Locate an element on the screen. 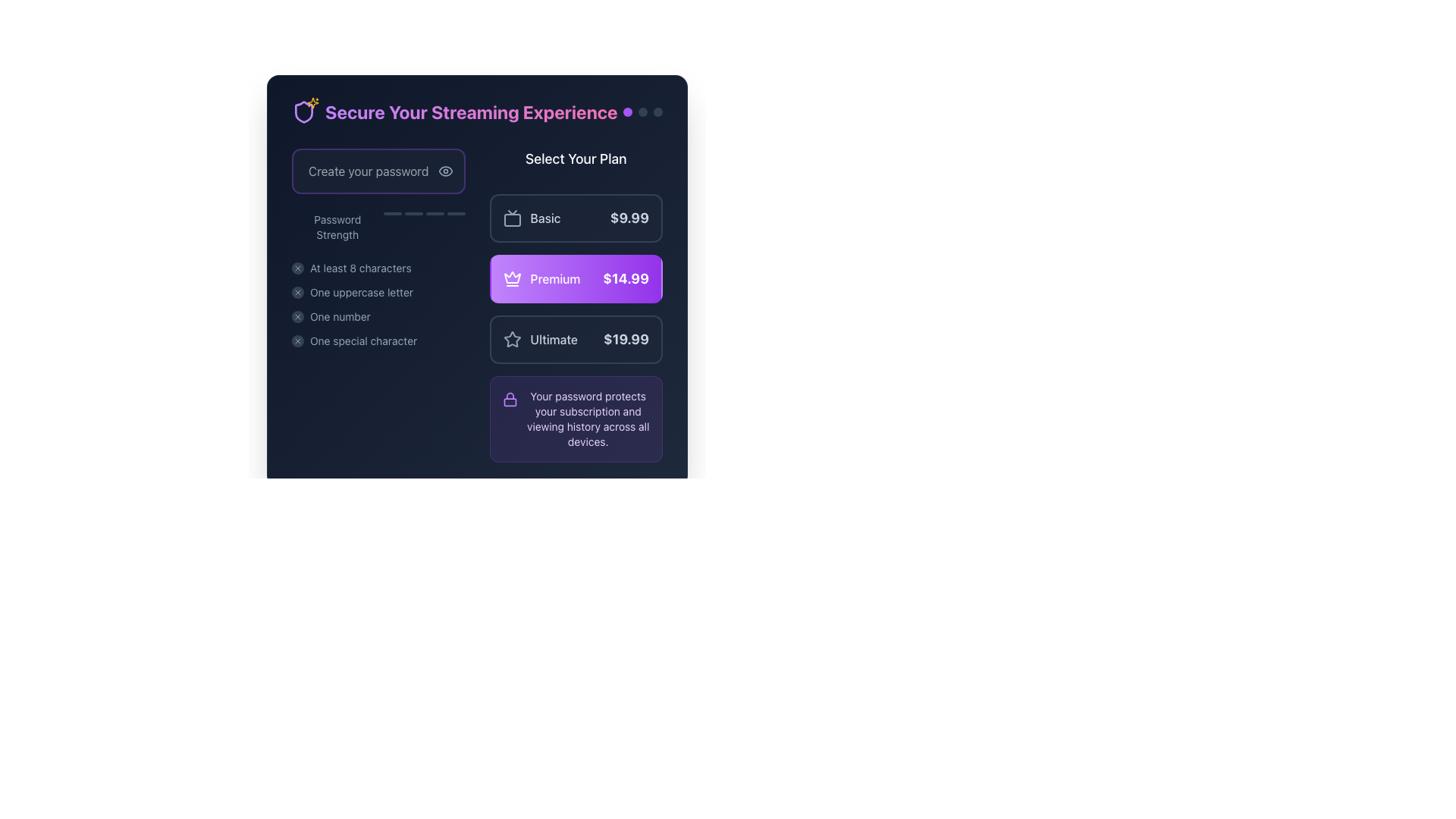 The image size is (1456, 819). the first circular indicator with a purple background located in the top-right corner of the interface is located at coordinates (628, 111).